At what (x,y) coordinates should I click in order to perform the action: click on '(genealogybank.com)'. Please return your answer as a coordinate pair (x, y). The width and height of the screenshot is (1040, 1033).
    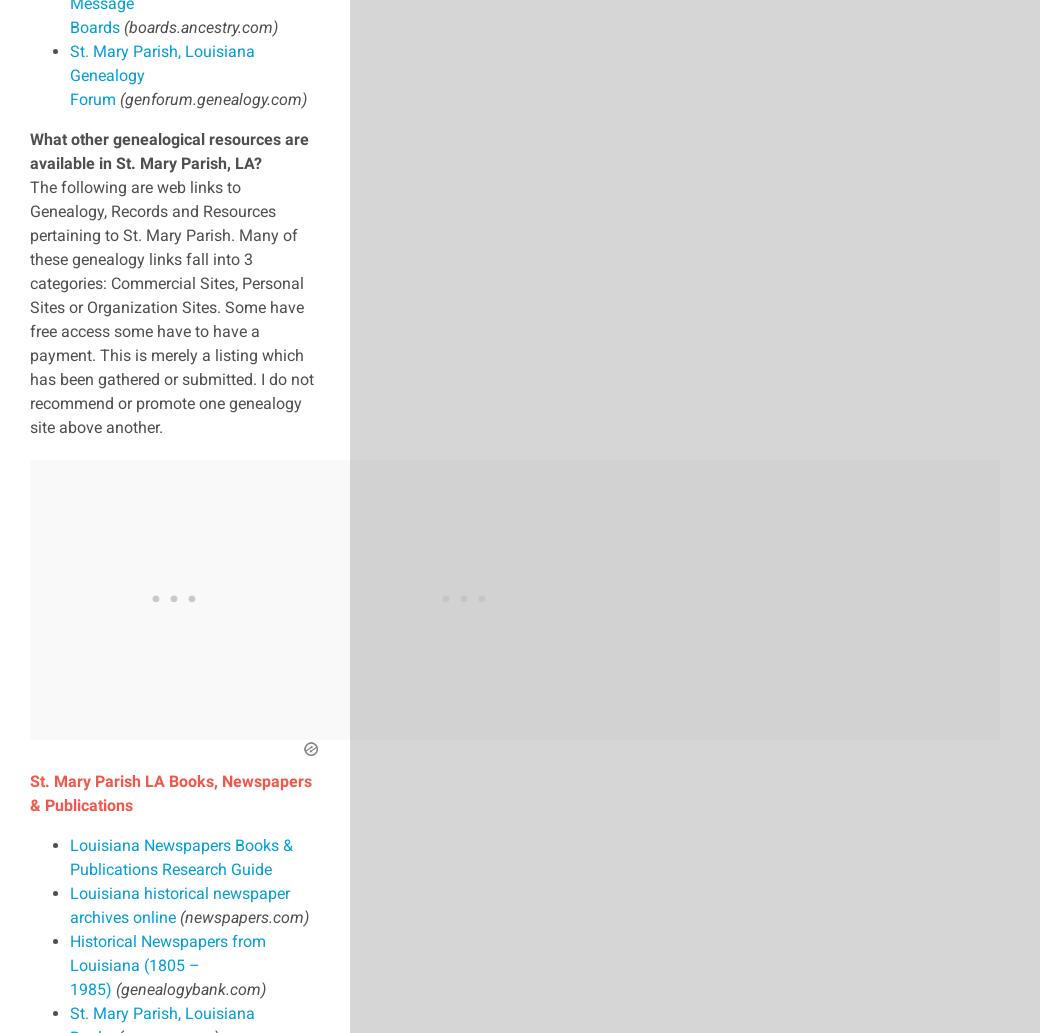
    Looking at the image, I should click on (191, 987).